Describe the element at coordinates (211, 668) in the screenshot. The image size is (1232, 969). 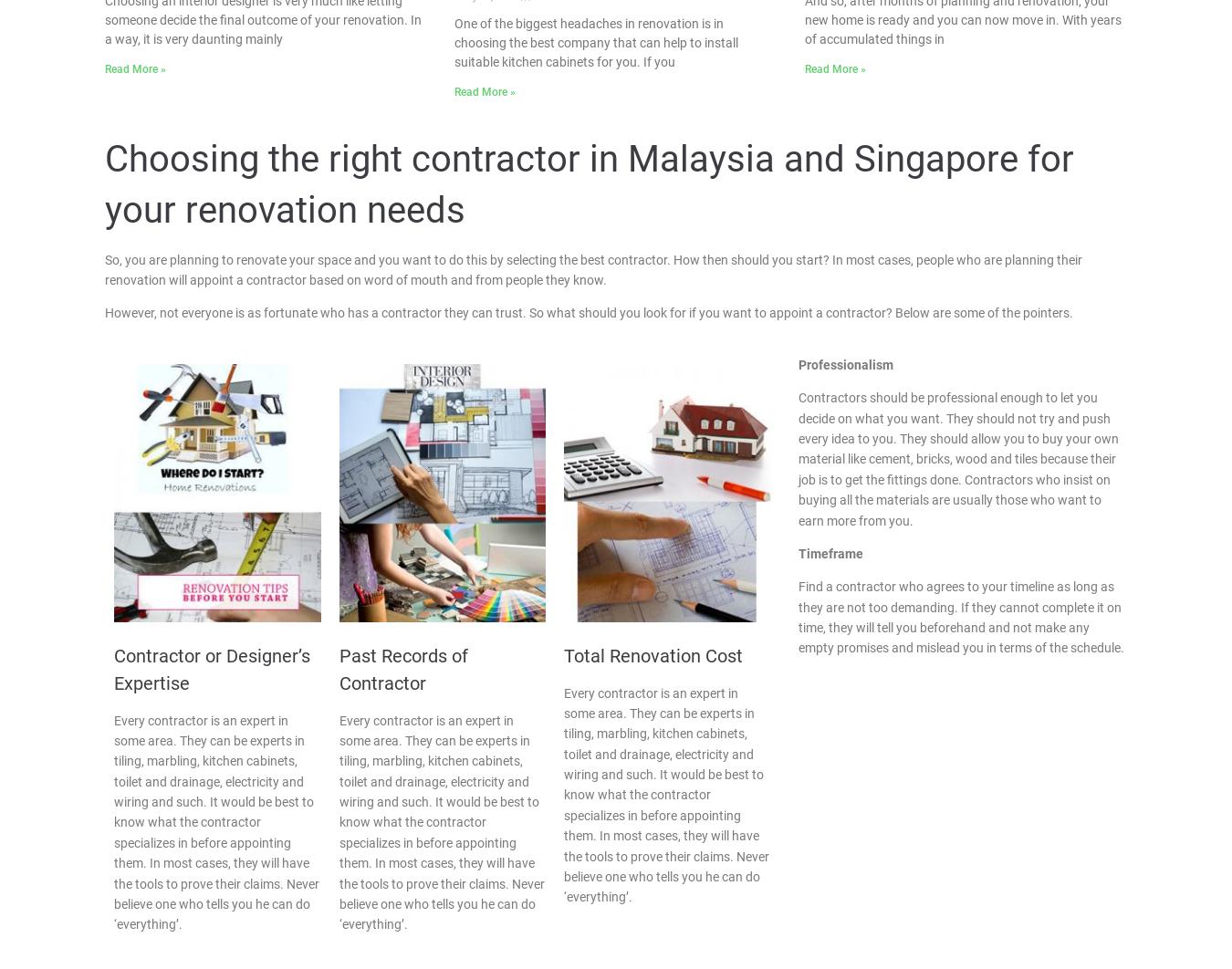
I see `'Contractor or Designer’s Expertise'` at that location.